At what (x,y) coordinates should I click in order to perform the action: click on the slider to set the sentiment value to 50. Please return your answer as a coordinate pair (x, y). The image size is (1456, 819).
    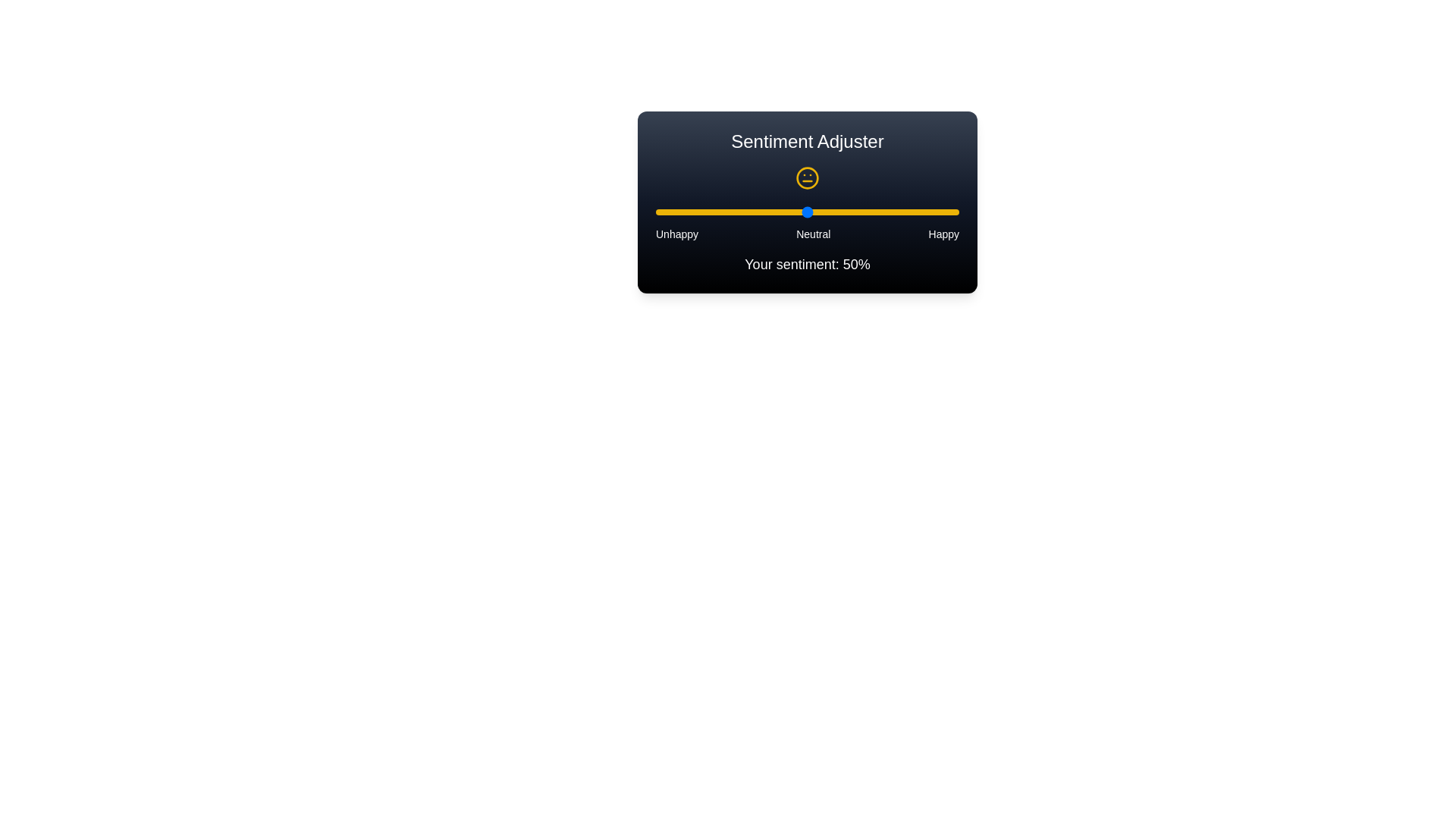
    Looking at the image, I should click on (807, 212).